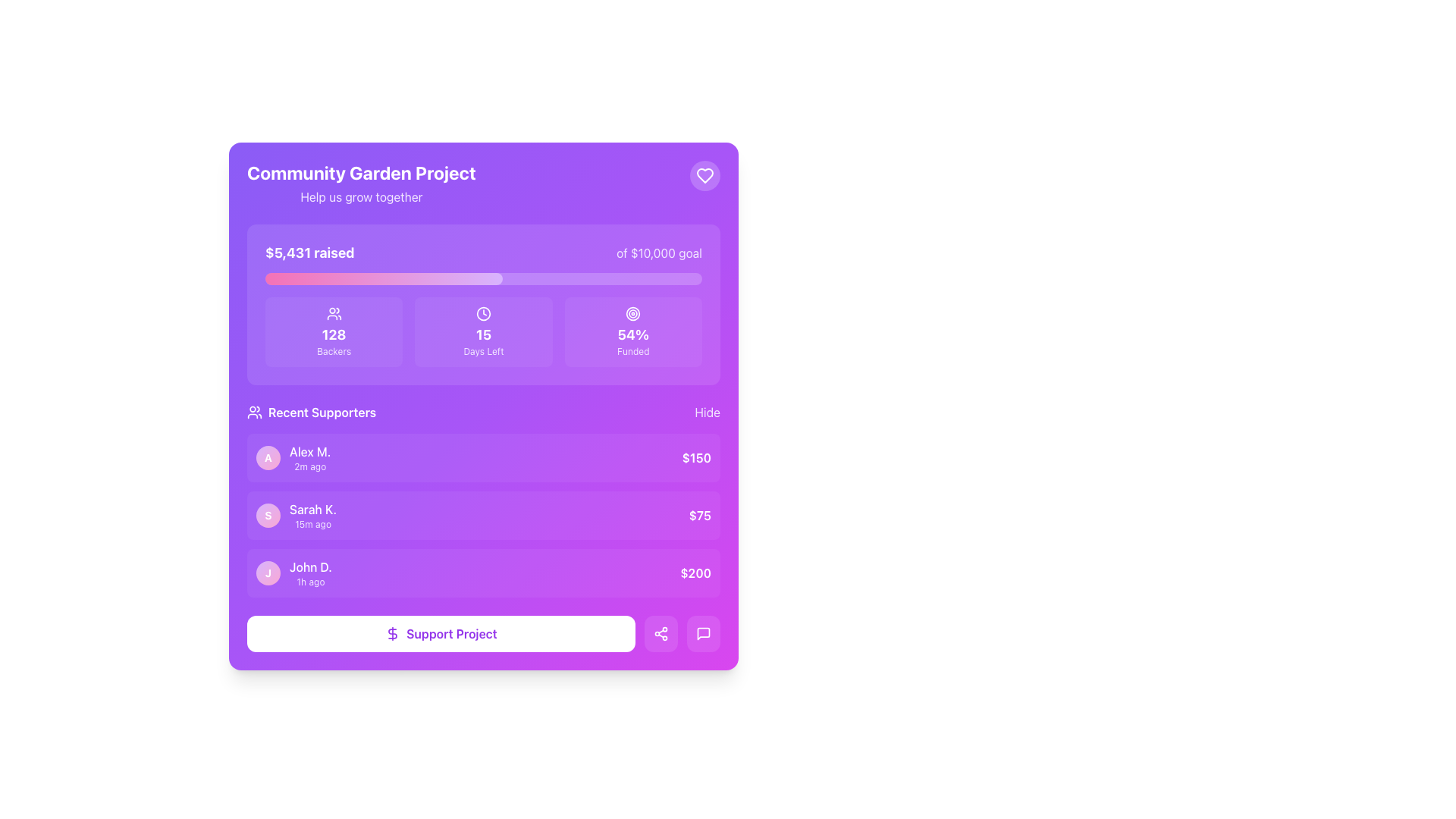 The height and width of the screenshot is (819, 1456). I want to click on the Icon button with a speech bubble design located at the bottom right corner of the panel, so click(702, 634).